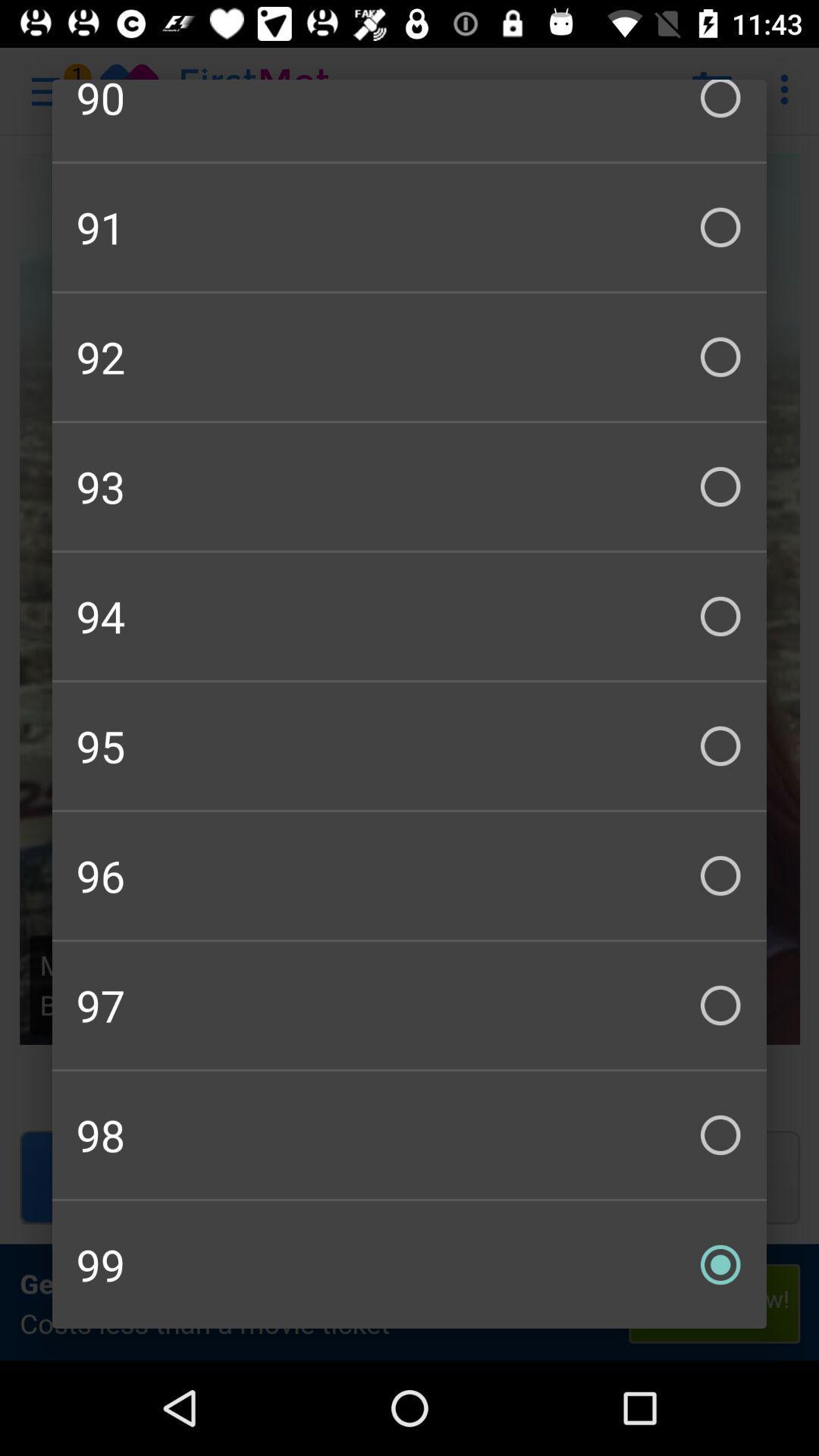 Image resolution: width=819 pixels, height=1456 pixels. What do you see at coordinates (409, 119) in the screenshot?
I see `the item above 91 checkbox` at bounding box center [409, 119].